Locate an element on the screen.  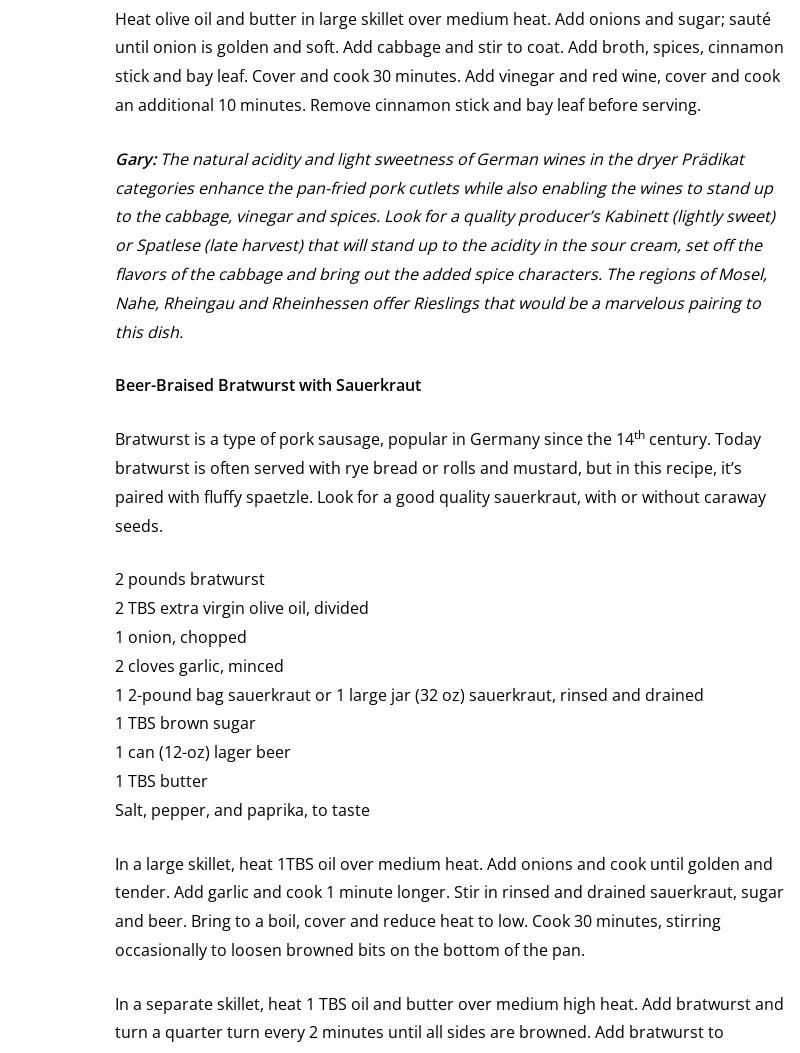
'century. Today bratwurst is often served with rye bread or rolls and mustard, but in this recipe, it’s paired with fluffy spaetzle. Look for a good quality sauerkraut, with or without caraway seeds.' is located at coordinates (439, 481).